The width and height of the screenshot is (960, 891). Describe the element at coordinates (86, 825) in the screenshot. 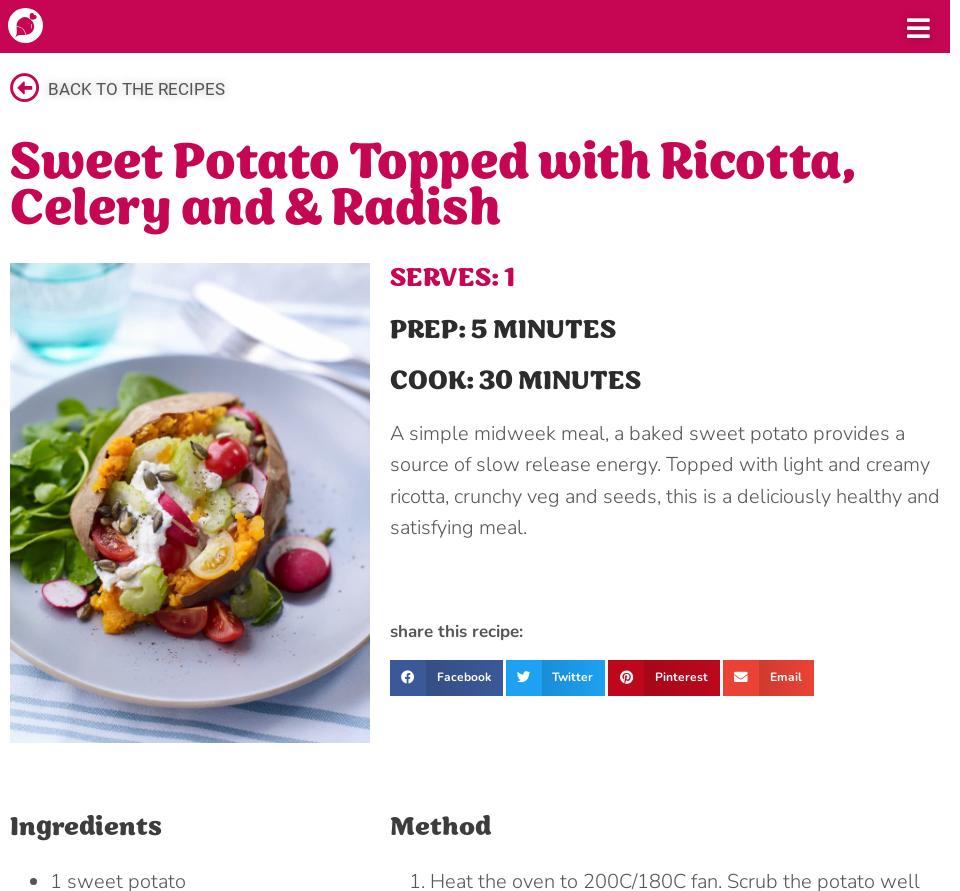

I see `'Ingredients'` at that location.